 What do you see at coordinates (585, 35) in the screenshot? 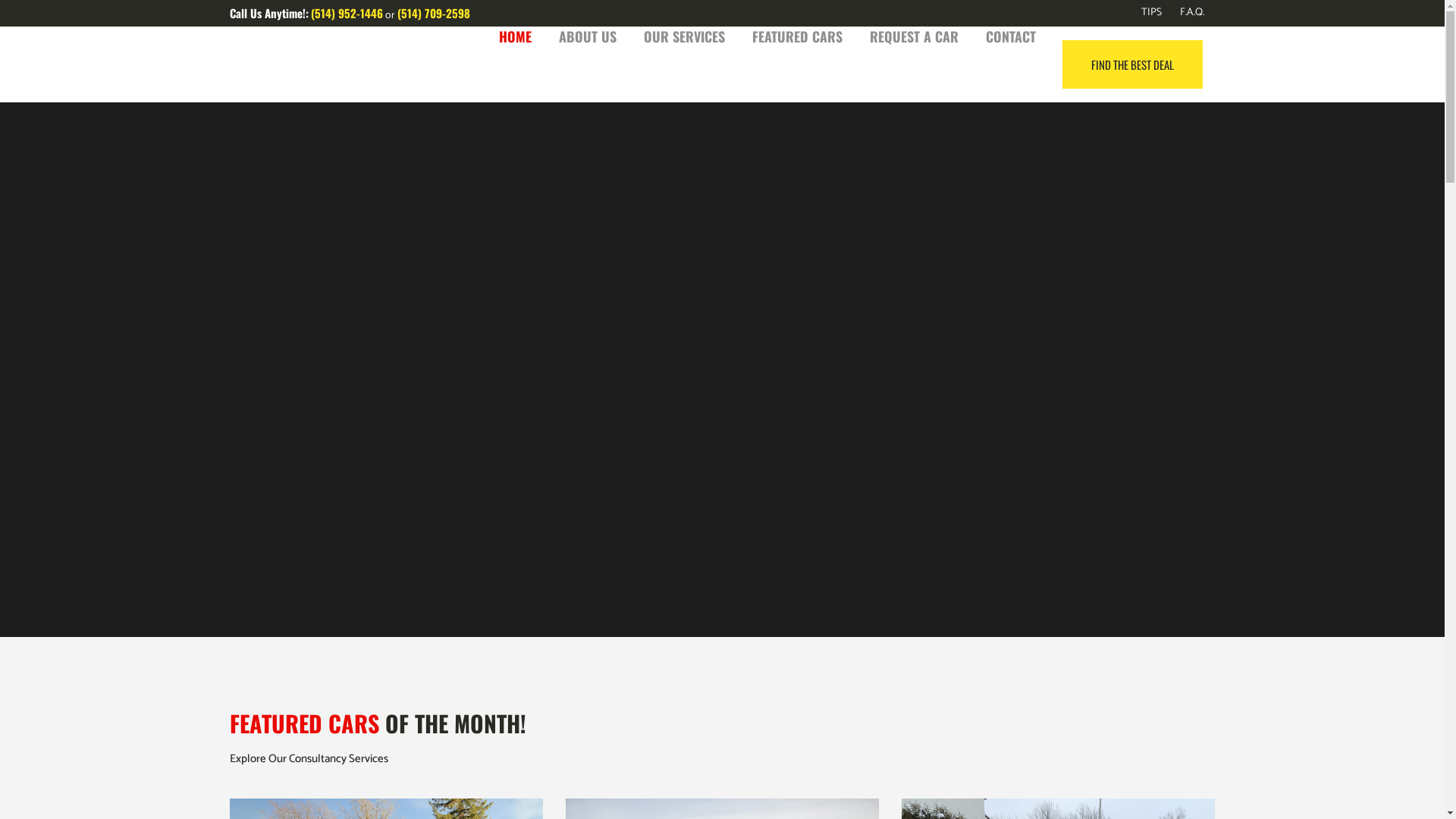
I see `'ABOUT US'` at bounding box center [585, 35].